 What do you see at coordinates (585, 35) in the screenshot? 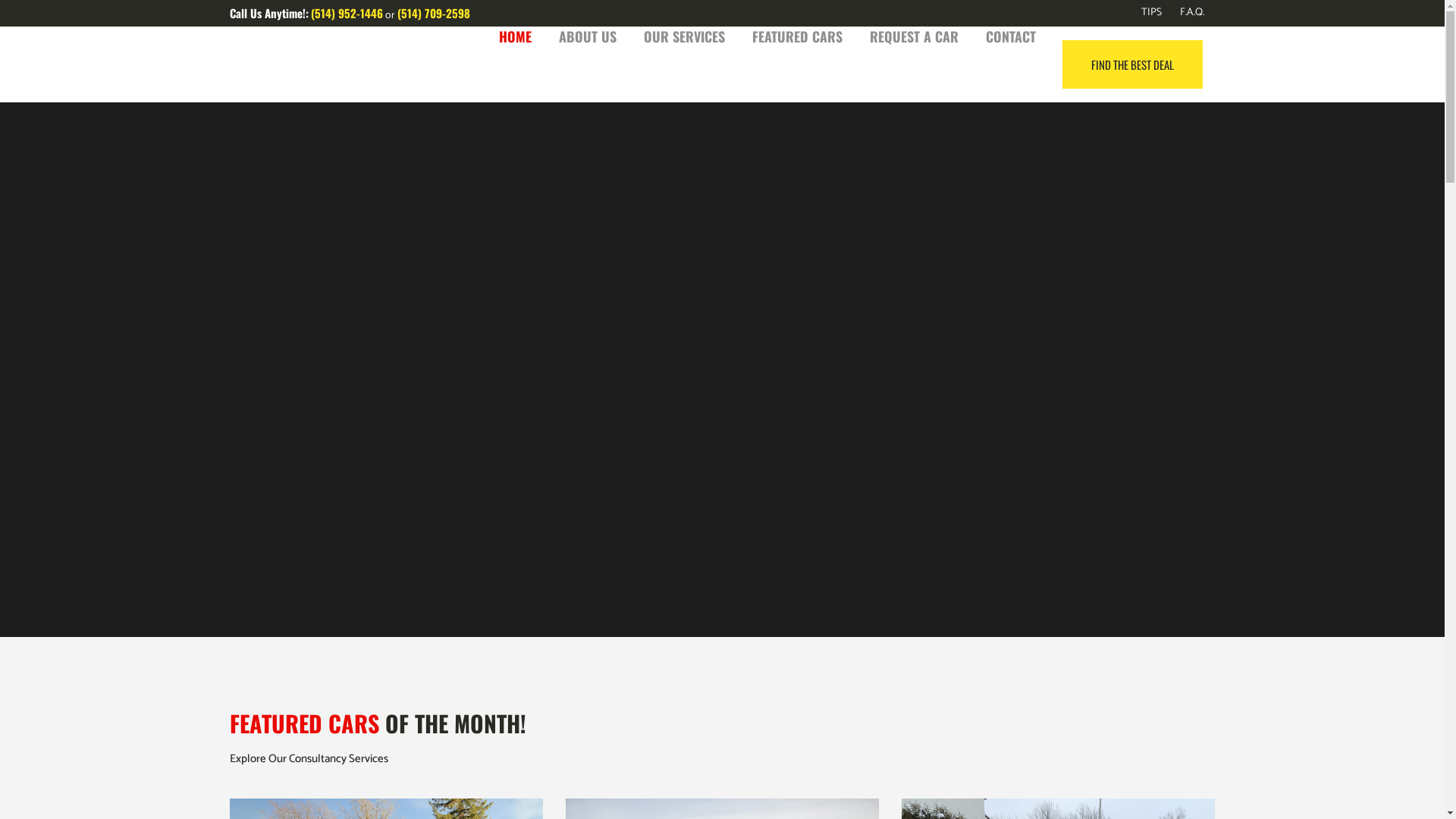
I see `'ABOUT US'` at bounding box center [585, 35].